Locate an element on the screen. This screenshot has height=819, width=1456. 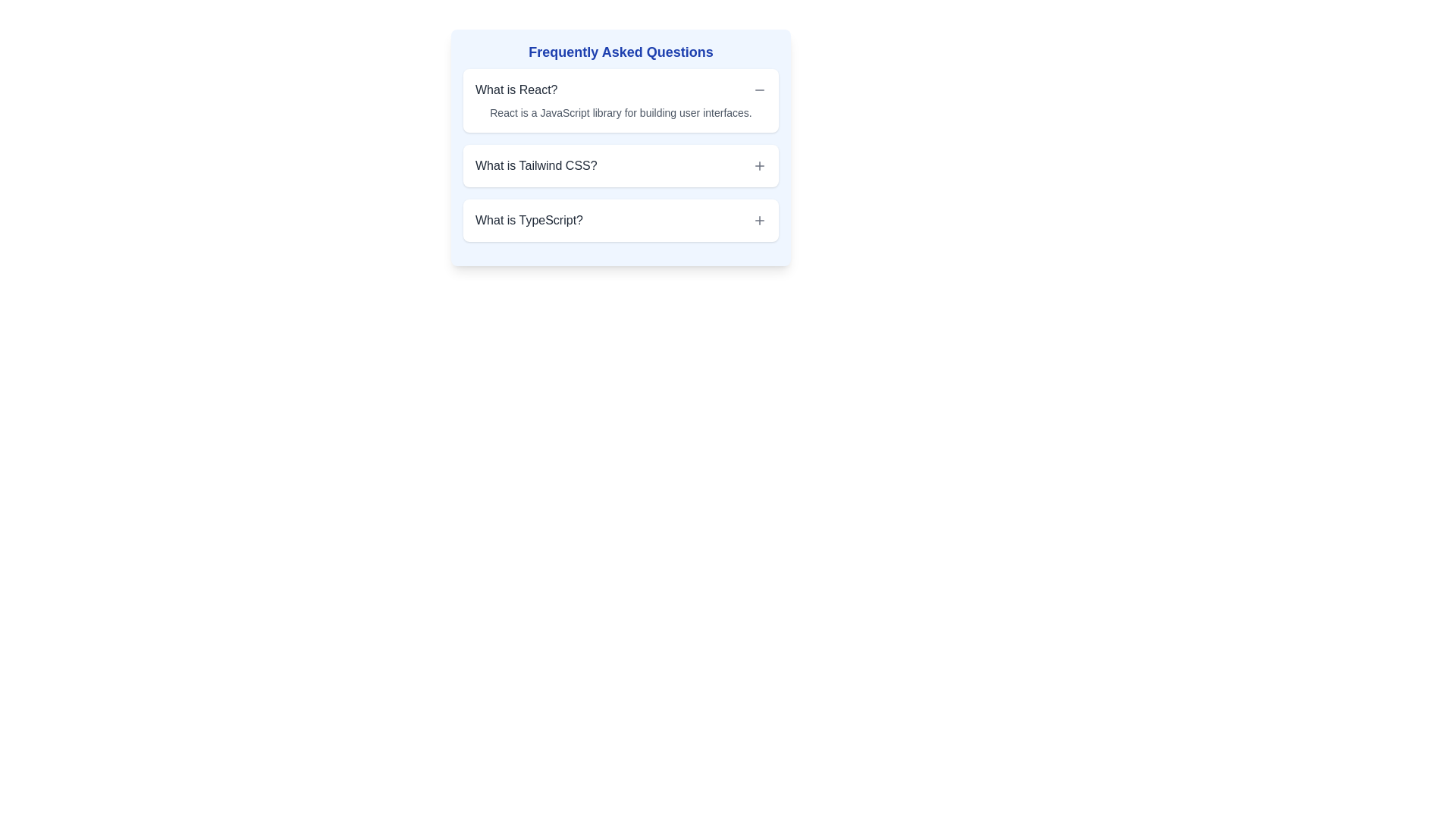
the button located at the top right corner of the 'What is TypeScript?' section is located at coordinates (760, 220).